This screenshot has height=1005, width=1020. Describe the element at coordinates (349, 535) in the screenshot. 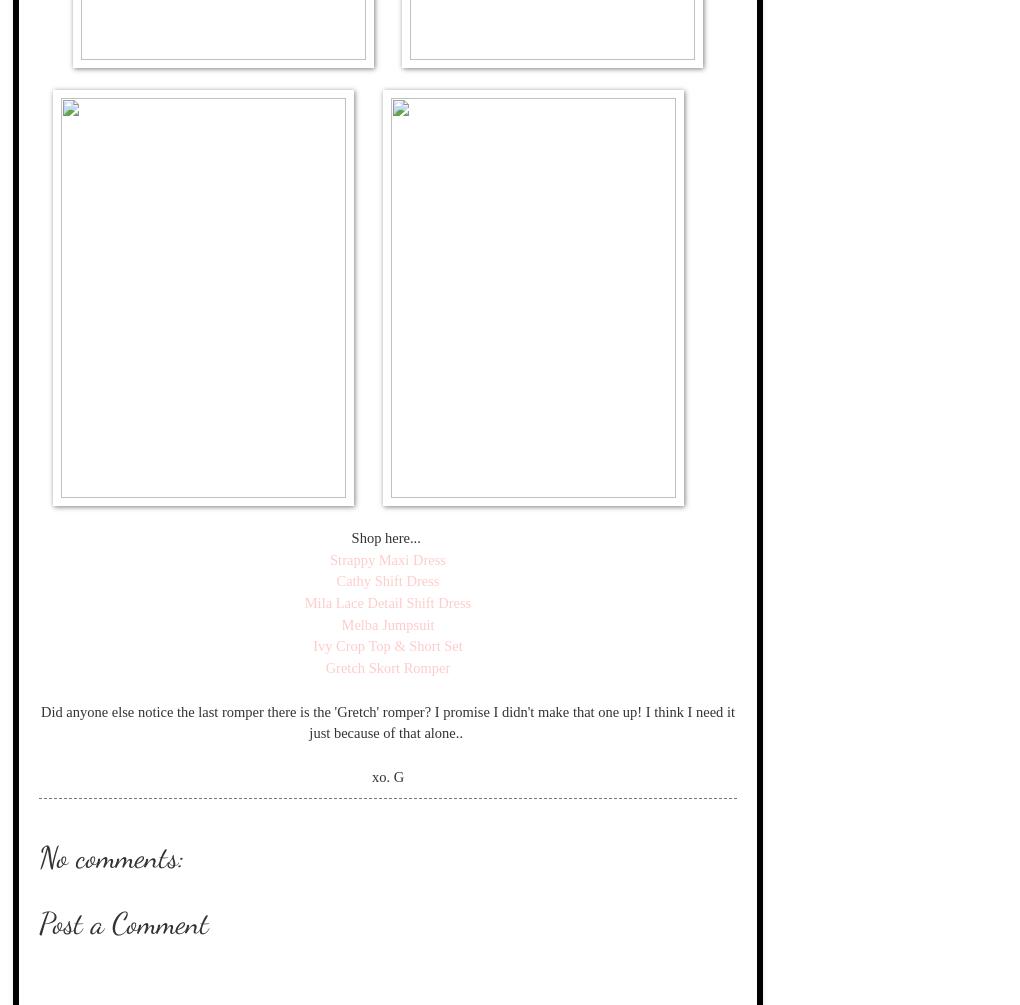

I see `'Shop here...'` at that location.